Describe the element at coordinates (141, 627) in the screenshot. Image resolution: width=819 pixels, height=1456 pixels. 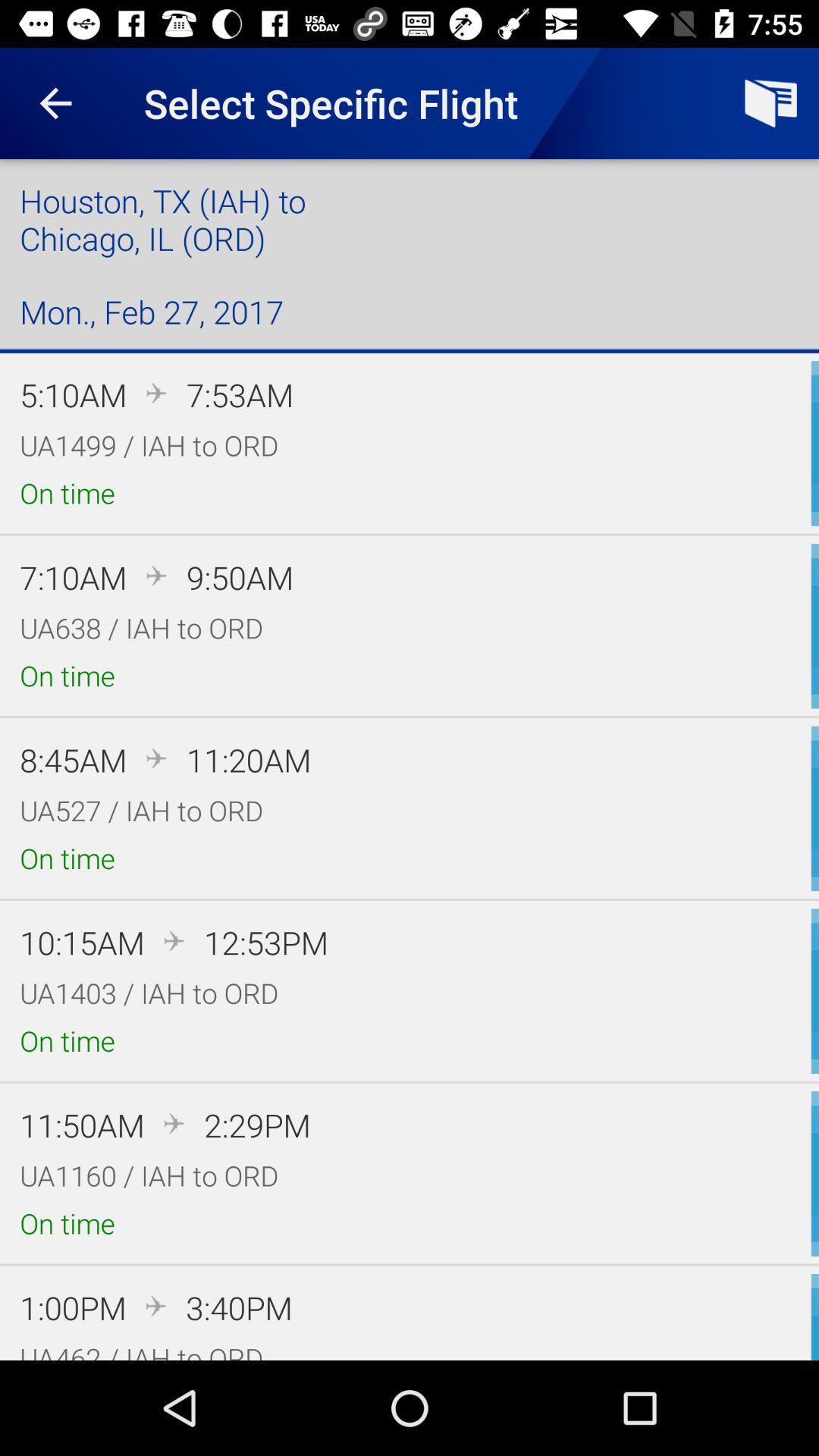
I see `icon above the on time item` at that location.